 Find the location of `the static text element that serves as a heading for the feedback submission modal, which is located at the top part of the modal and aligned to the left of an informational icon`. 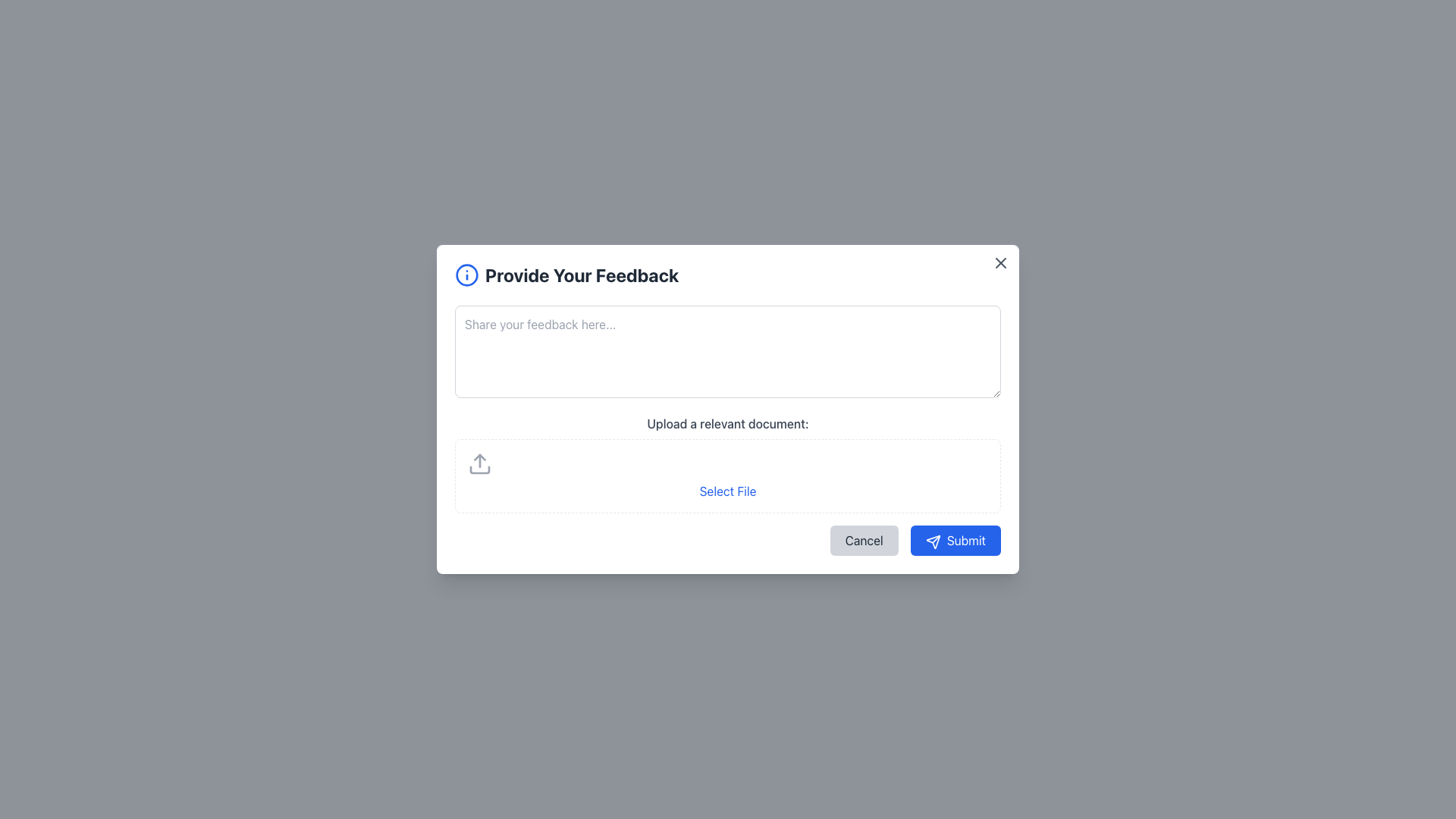

the static text element that serves as a heading for the feedback submission modal, which is located at the top part of the modal and aligned to the left of an informational icon is located at coordinates (581, 275).